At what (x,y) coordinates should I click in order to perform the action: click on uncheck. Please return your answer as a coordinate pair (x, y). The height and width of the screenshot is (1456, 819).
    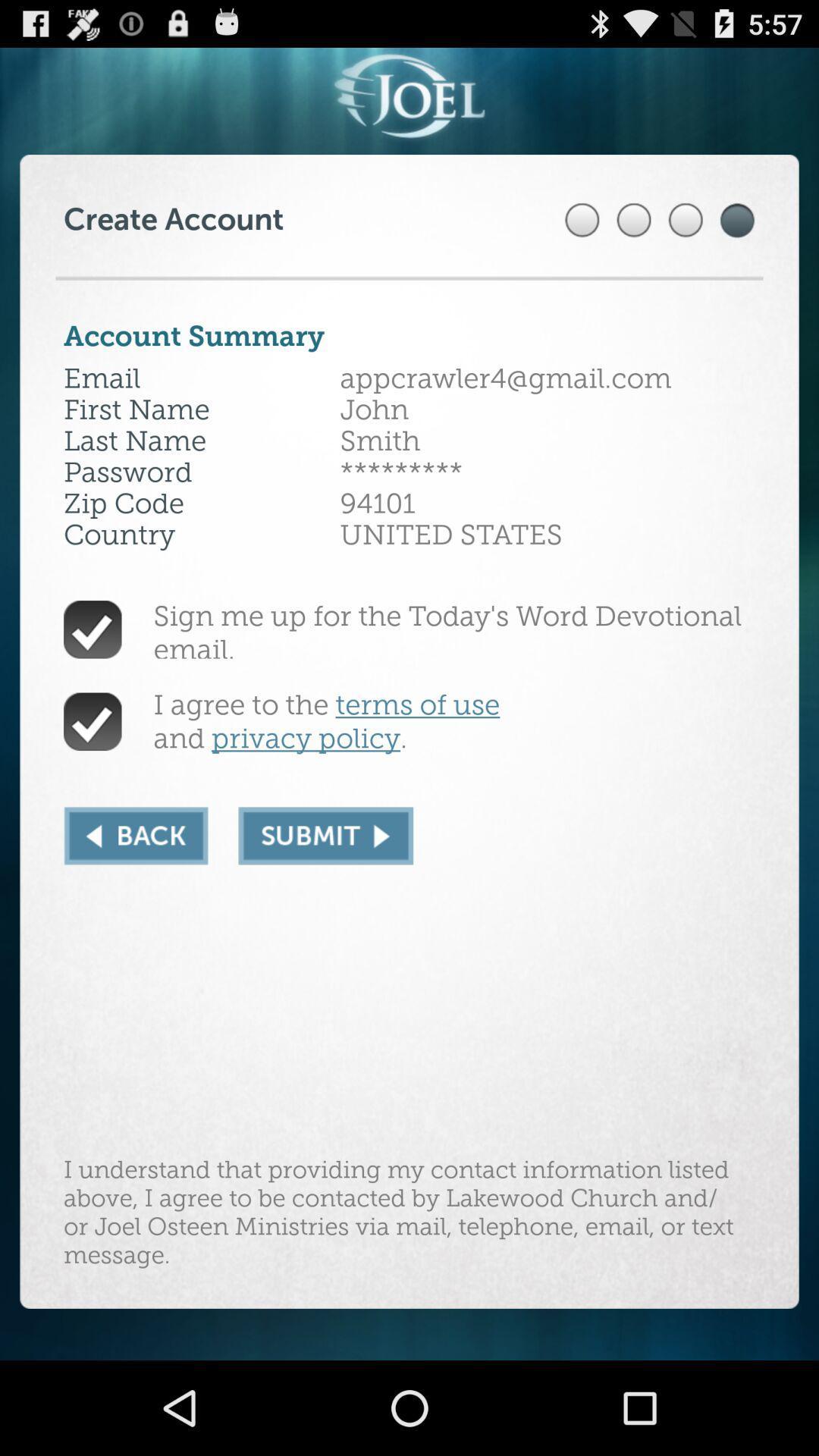
    Looking at the image, I should click on (93, 720).